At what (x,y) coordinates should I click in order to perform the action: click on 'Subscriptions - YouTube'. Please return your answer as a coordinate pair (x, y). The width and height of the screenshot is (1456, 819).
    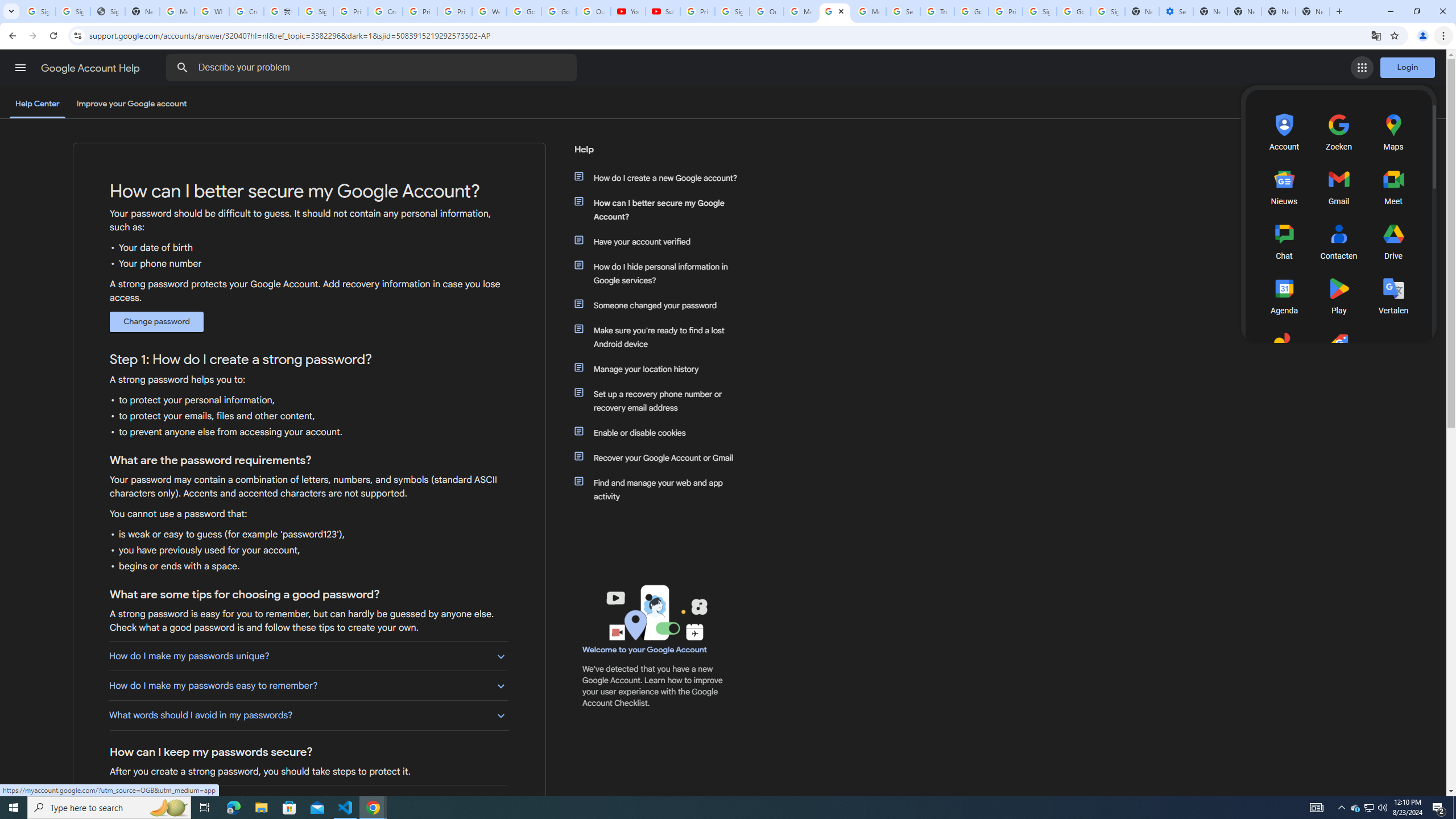
    Looking at the image, I should click on (663, 11).